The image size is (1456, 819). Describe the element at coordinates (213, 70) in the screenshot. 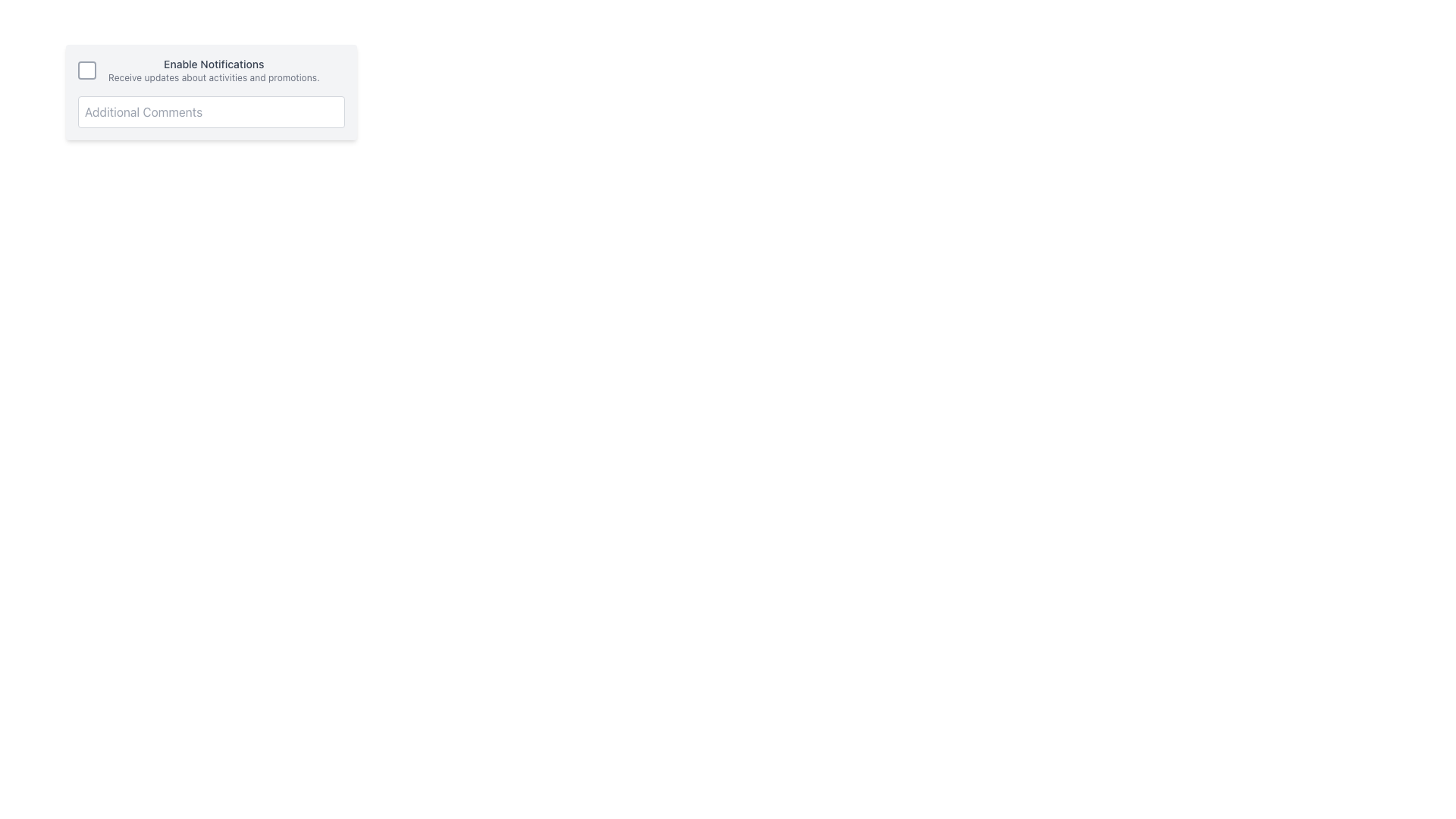

I see `text from the label that states 'Enable Notifications' and 'Receive updates about activities and promotions.'` at that location.